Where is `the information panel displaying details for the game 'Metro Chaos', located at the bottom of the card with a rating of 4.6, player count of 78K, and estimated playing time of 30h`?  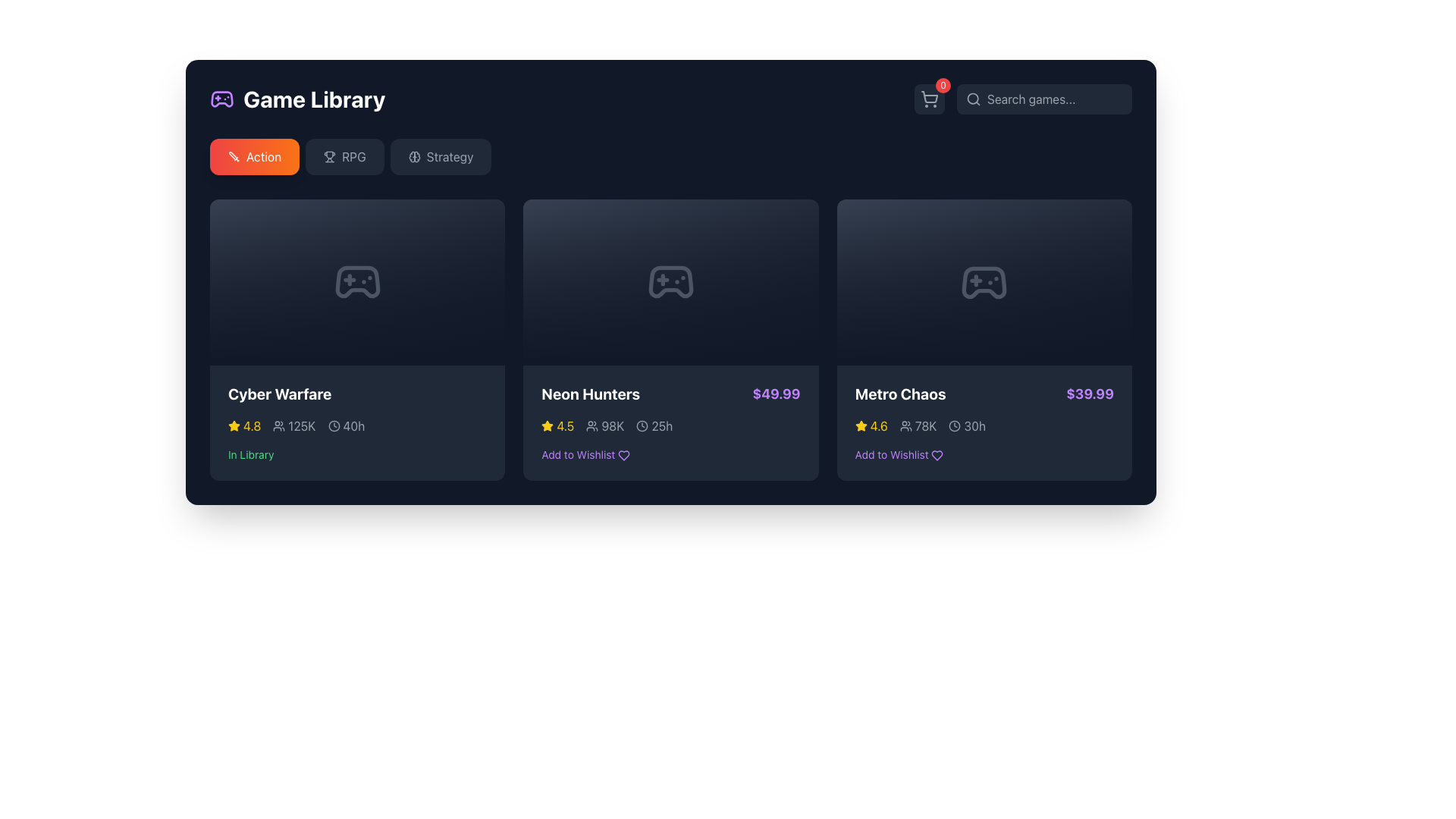
the information panel displaying details for the game 'Metro Chaos', located at the bottom of the card with a rating of 4.6, player count of 78K, and estimated playing time of 30h is located at coordinates (984, 423).